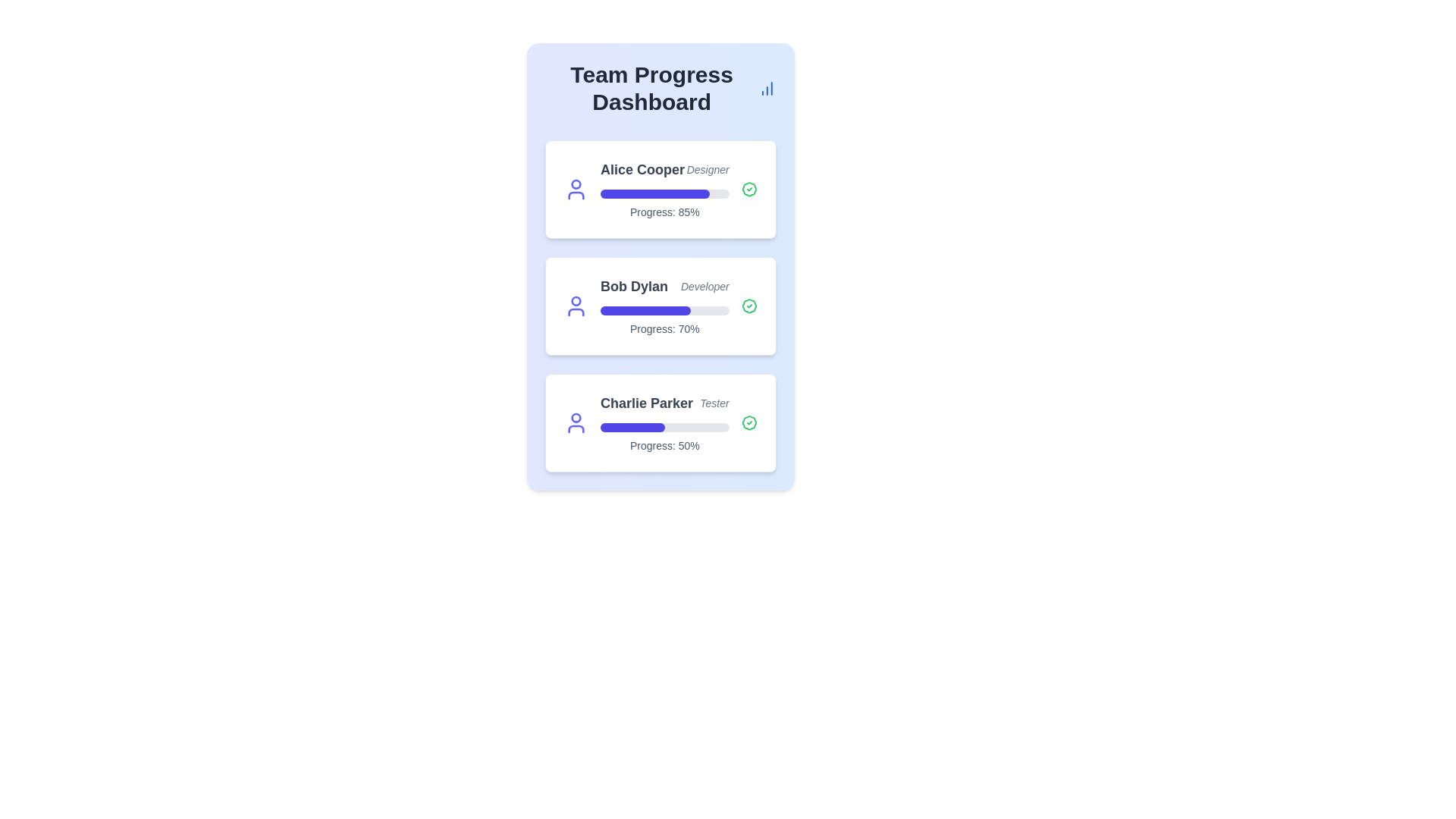  Describe the element at coordinates (575, 184) in the screenshot. I see `the circular graphical ellipse shape representing the user's image, located at the top portion of the blue user icon, positioned to the left of the text 'Alice Cooper Designer'` at that location.